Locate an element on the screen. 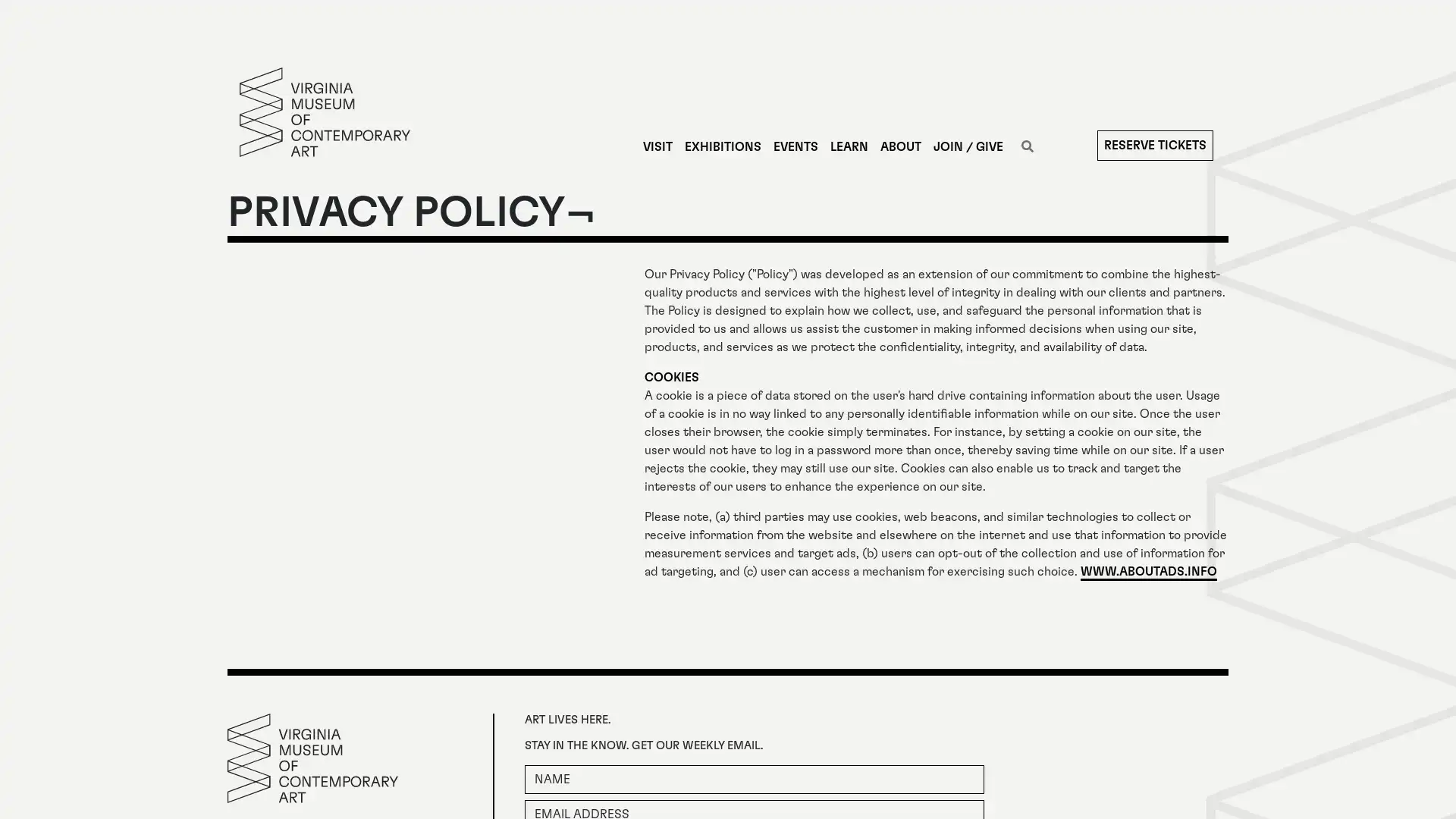  ABOUT is located at coordinates (899, 146).